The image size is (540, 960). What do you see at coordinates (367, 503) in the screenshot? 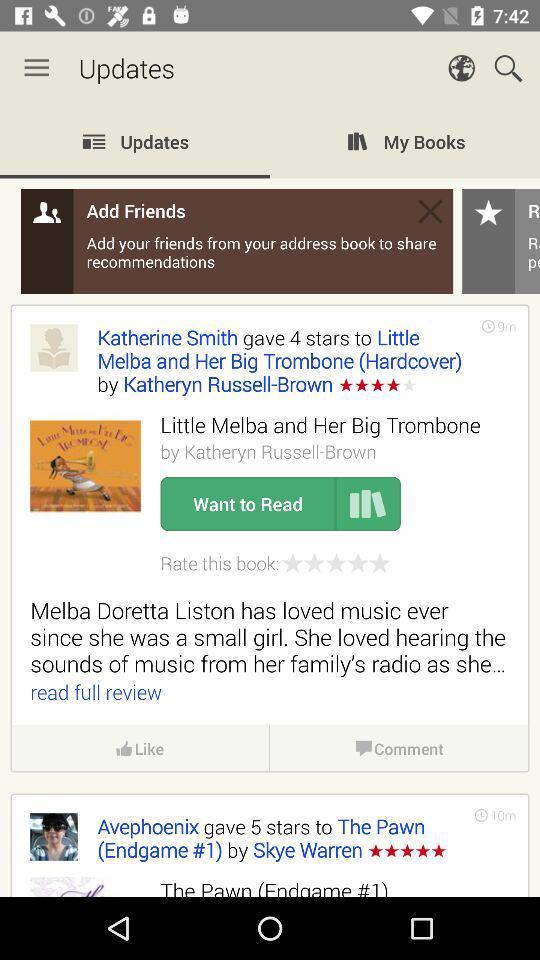
I see `item to the right of the want to read item` at bounding box center [367, 503].